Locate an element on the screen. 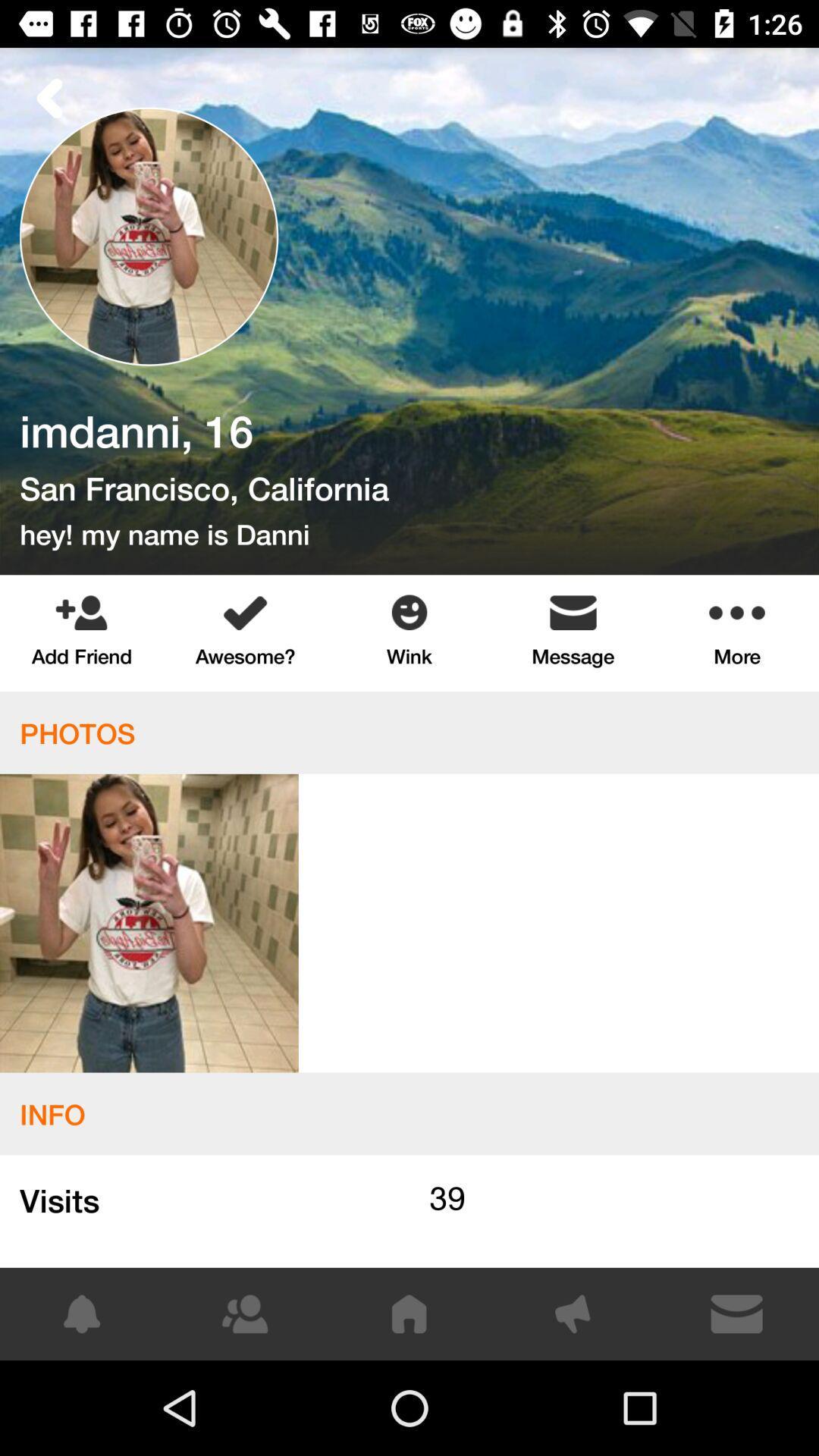 The image size is (819, 1456). the arrow_backward icon is located at coordinates (49, 97).